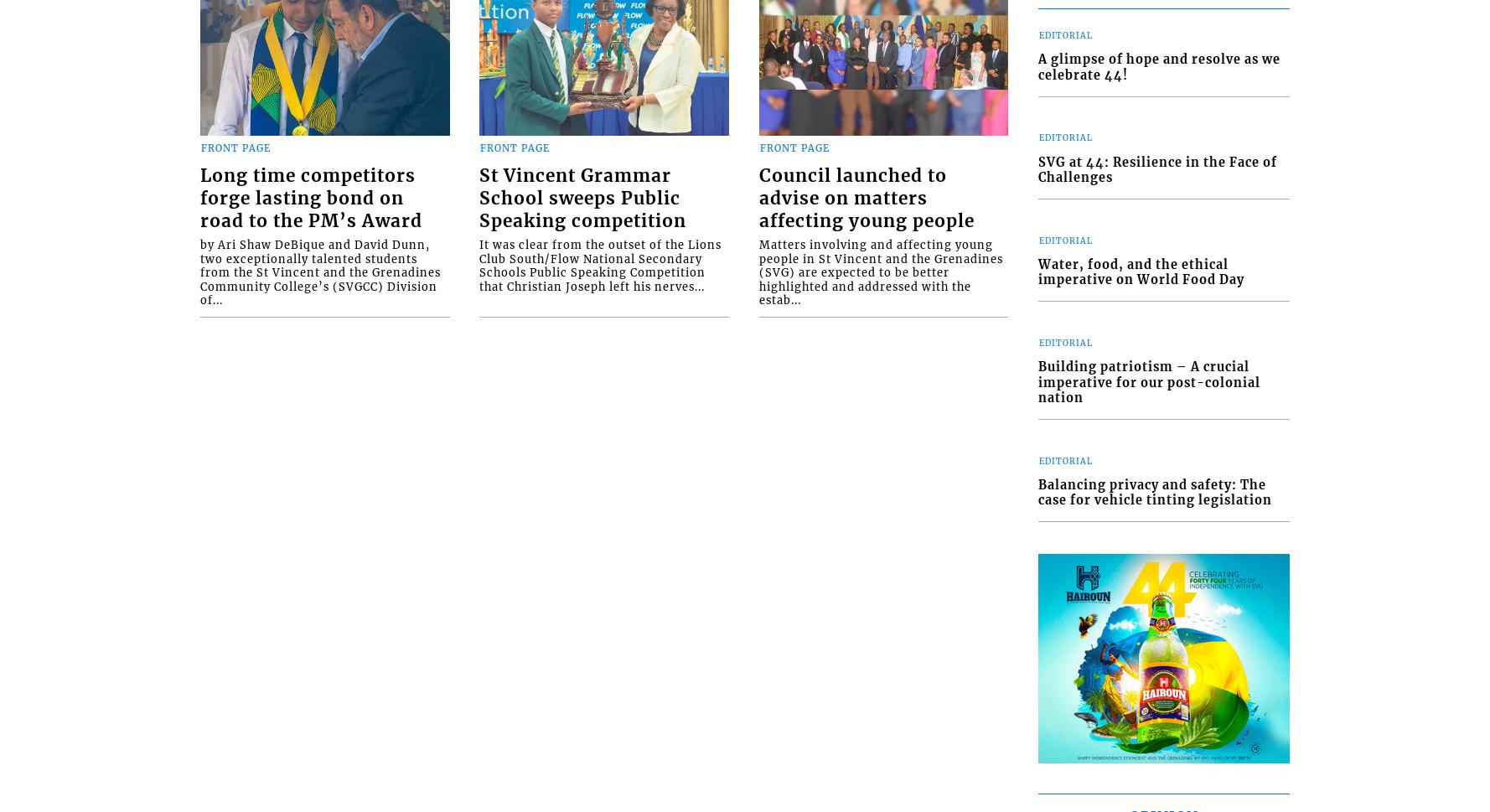 The image size is (1490, 812). Describe the element at coordinates (1156, 169) in the screenshot. I see `'SVG at 44: Resilience in  the Face of Challenges'` at that location.